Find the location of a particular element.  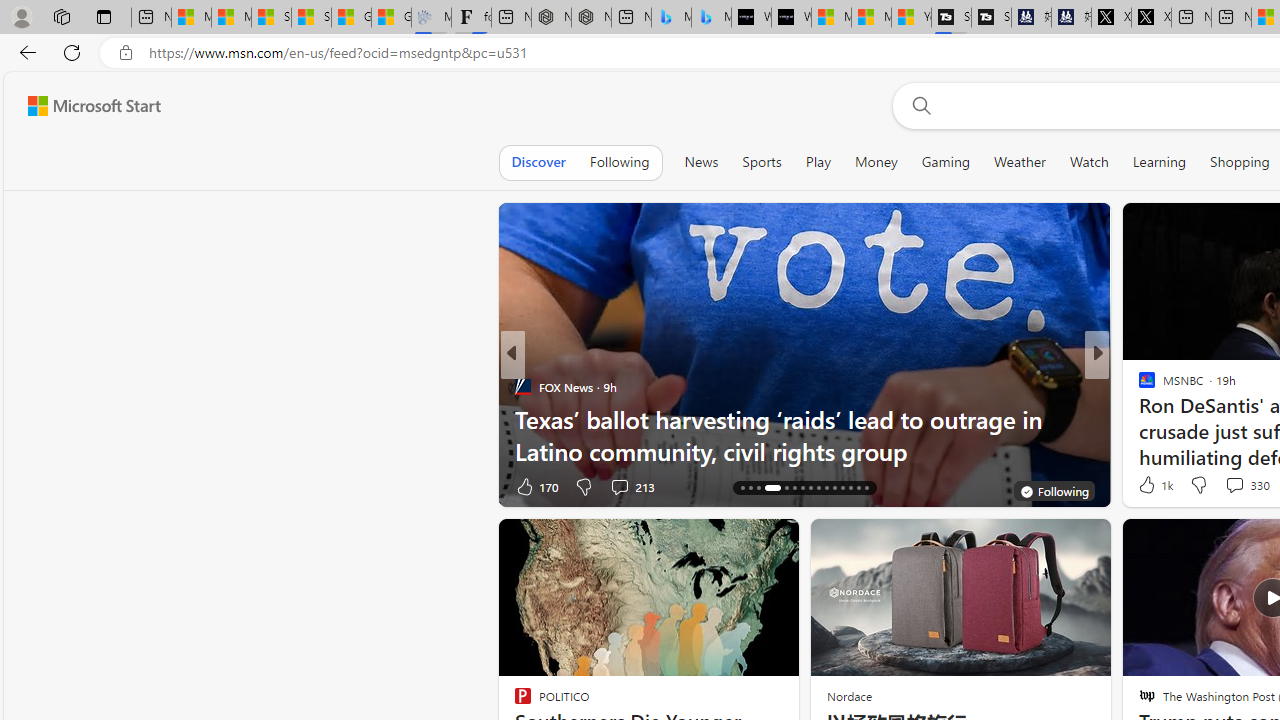

'AutomationID: tab-23' is located at coordinates (810, 488).